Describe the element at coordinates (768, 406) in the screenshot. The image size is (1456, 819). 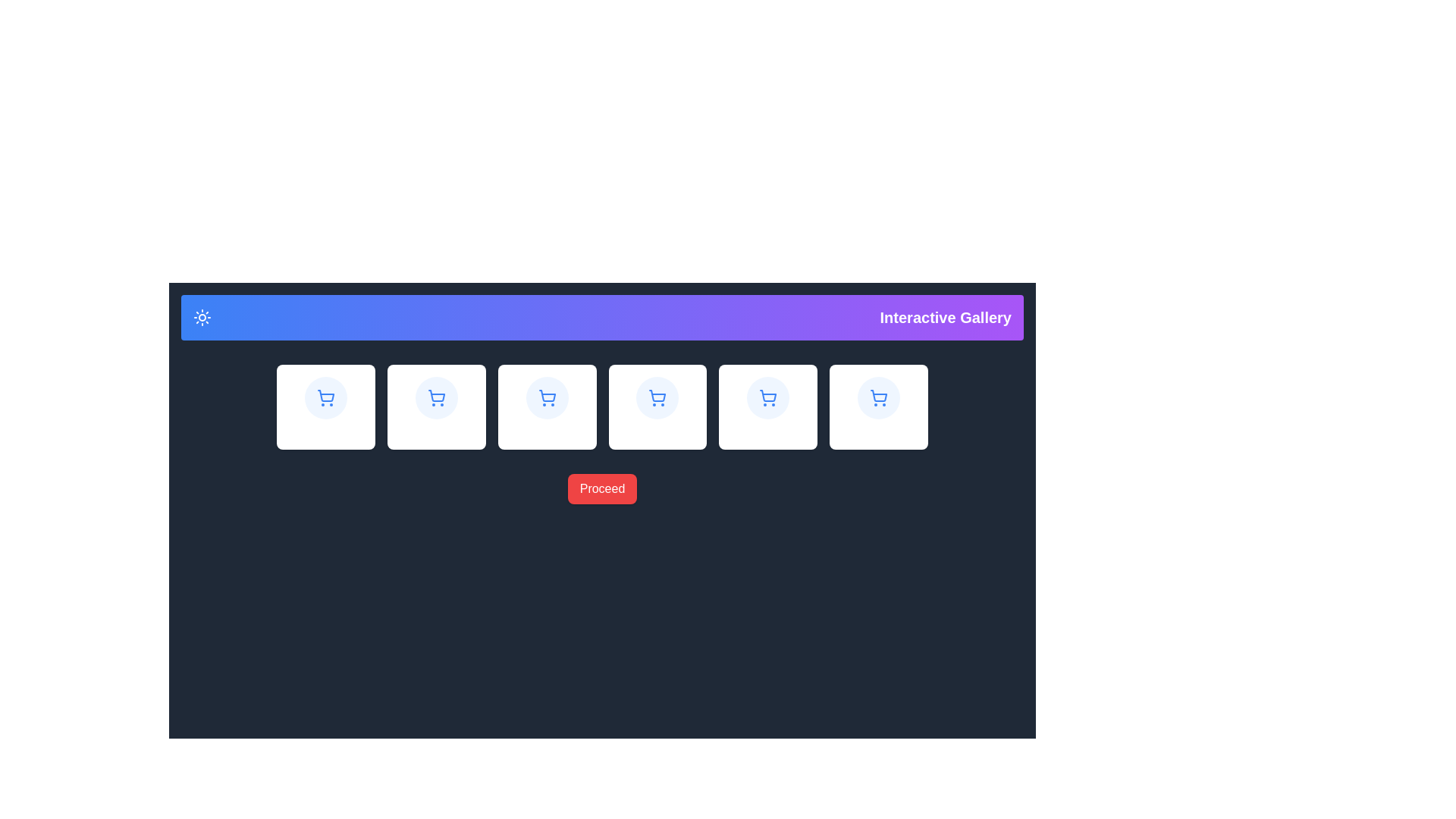
I see `the fifth card labeled 'Moon' in the horizontal grid layout` at that location.